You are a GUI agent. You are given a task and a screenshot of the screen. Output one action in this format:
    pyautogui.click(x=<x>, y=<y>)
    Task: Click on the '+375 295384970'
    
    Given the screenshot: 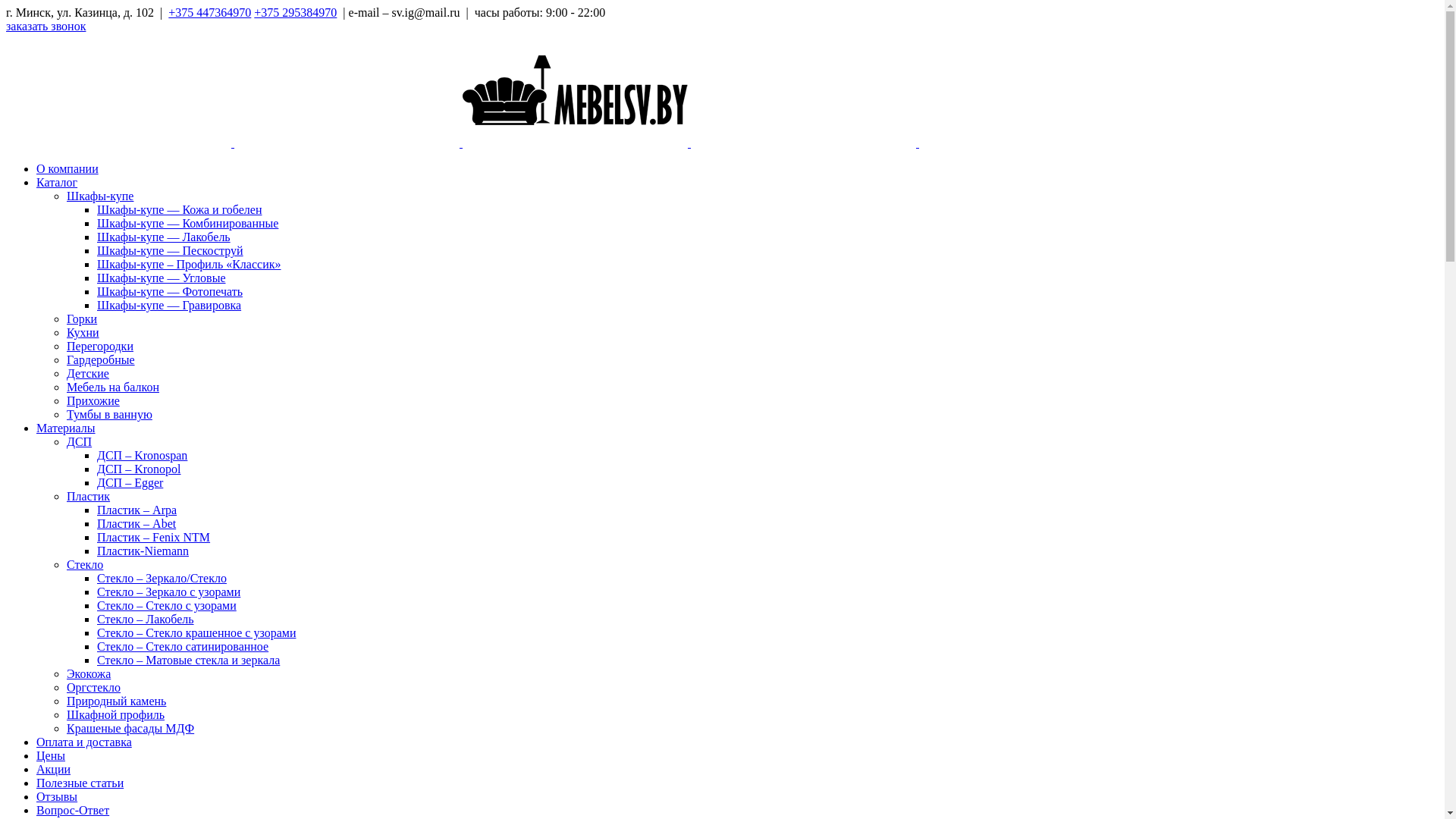 What is the action you would take?
    pyautogui.click(x=295, y=12)
    